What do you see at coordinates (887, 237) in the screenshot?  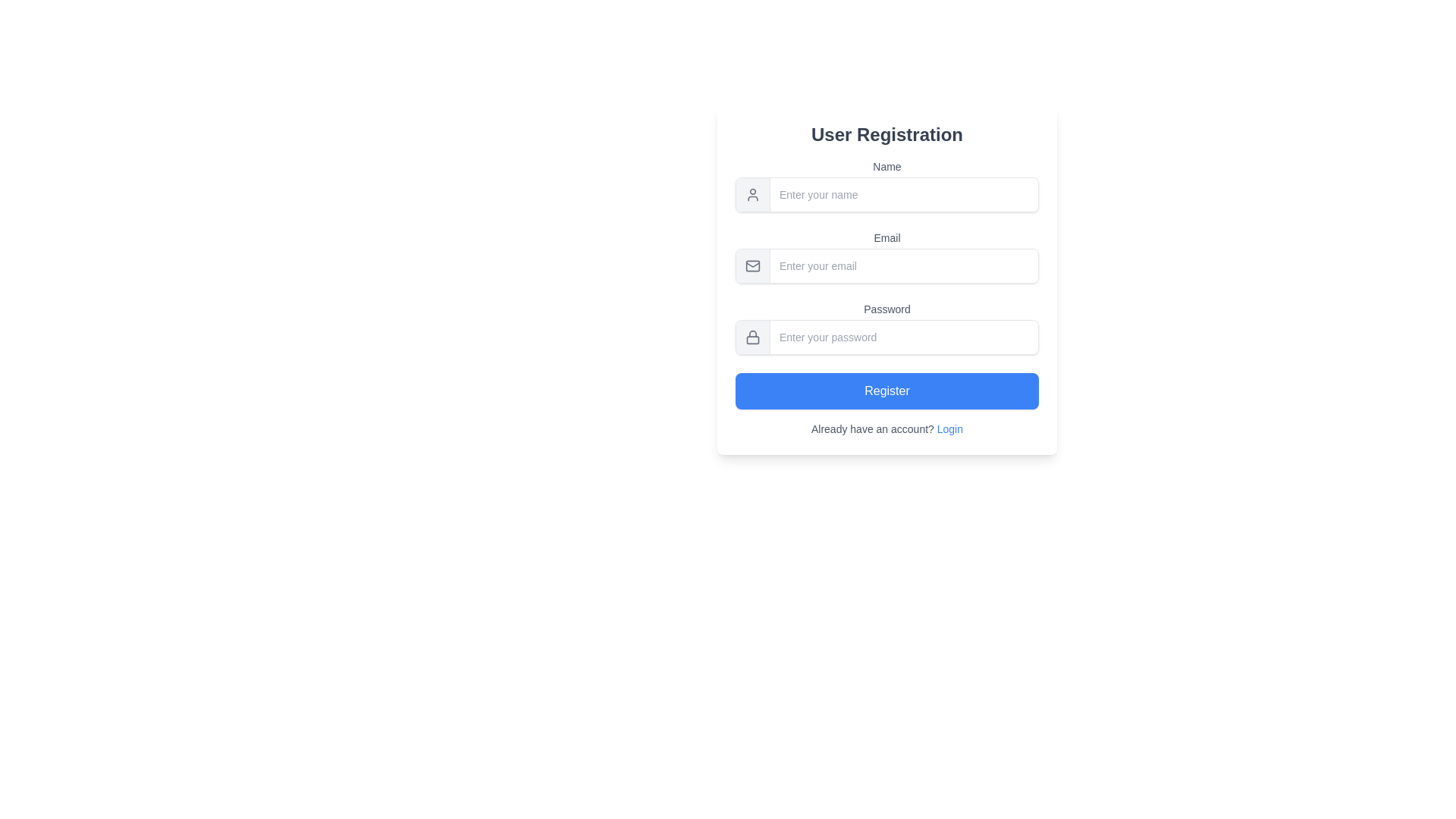 I see `the 'Email' text label, which is styled in light gray and positioned above the email input field in the form interface` at bounding box center [887, 237].